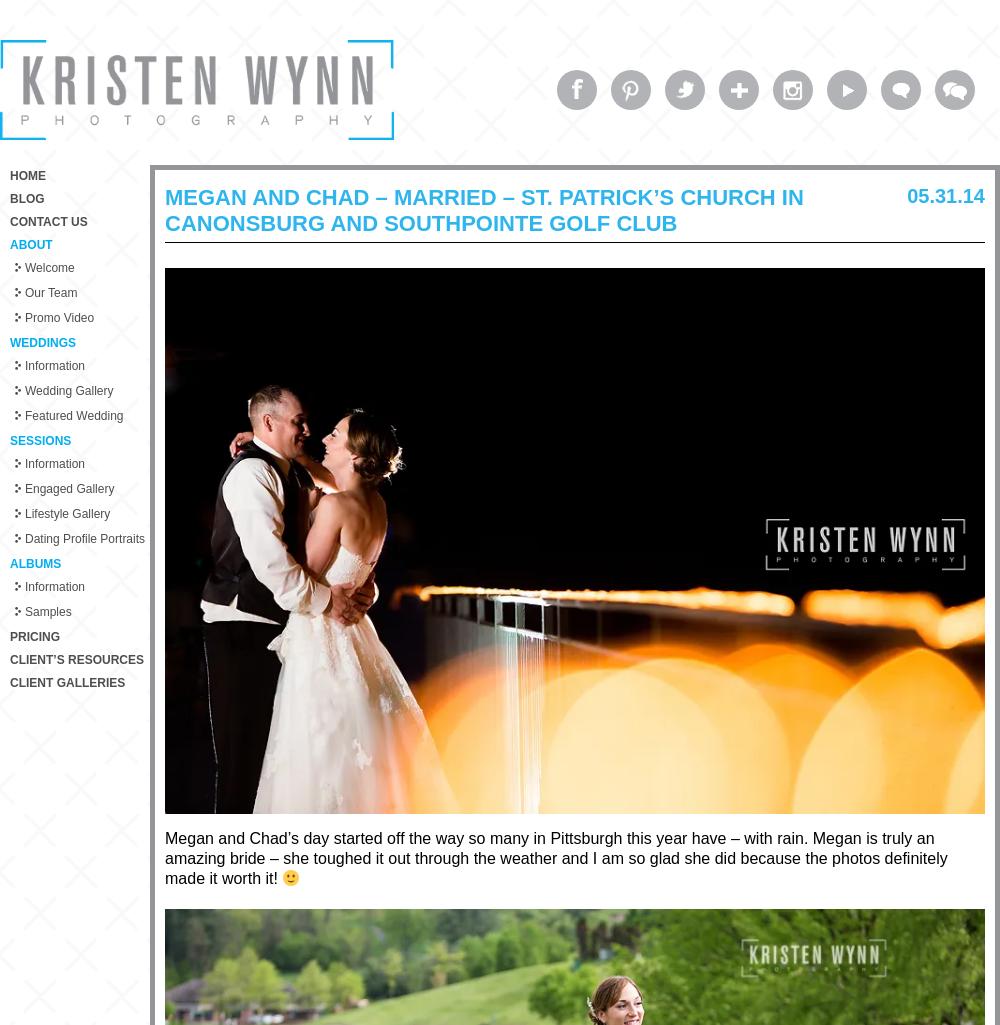 The height and width of the screenshot is (1025, 1000). Describe the element at coordinates (68, 391) in the screenshot. I see `'Wedding Gallery'` at that location.